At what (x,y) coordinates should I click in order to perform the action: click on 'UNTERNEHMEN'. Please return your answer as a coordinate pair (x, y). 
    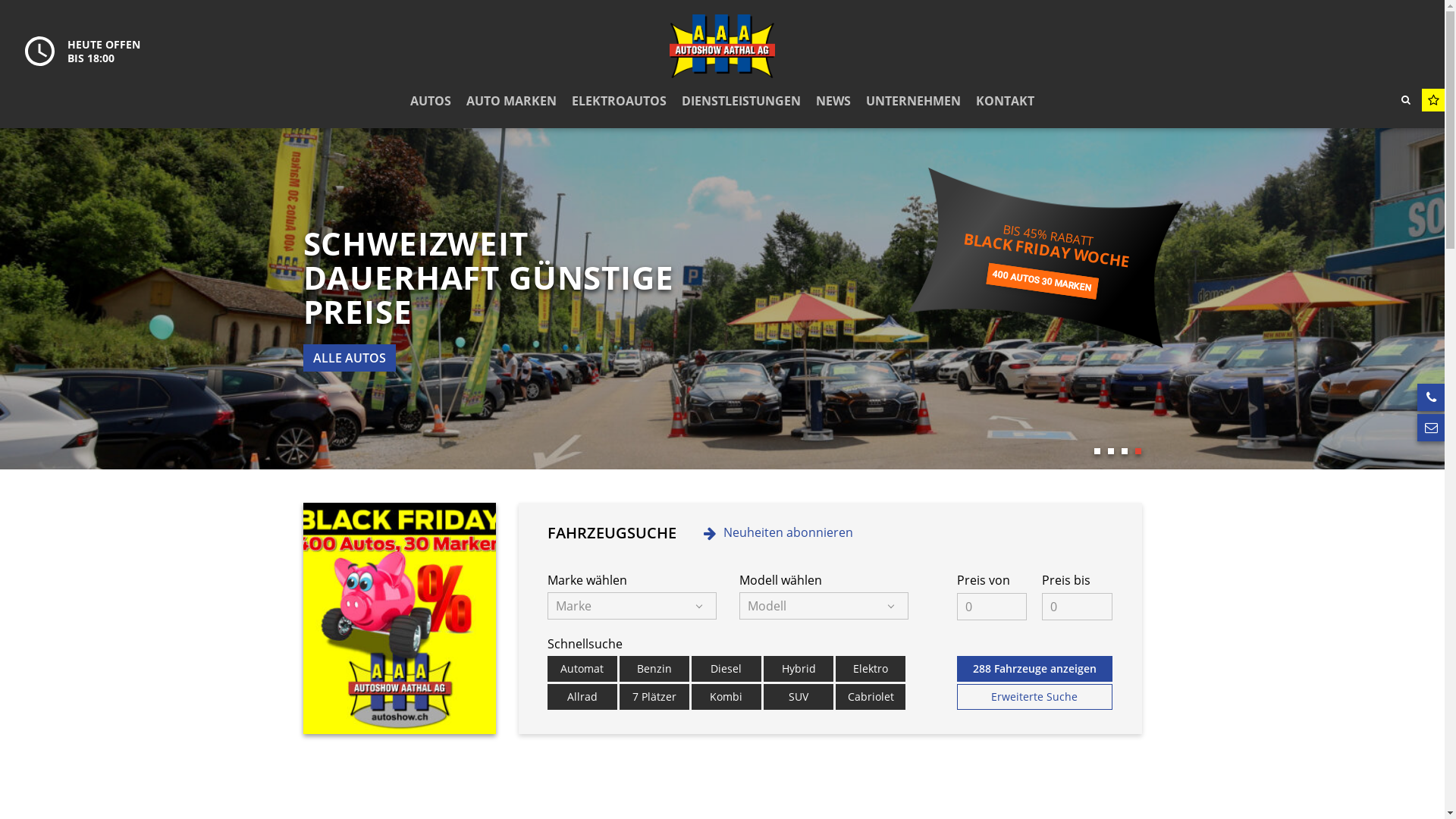
    Looking at the image, I should click on (912, 101).